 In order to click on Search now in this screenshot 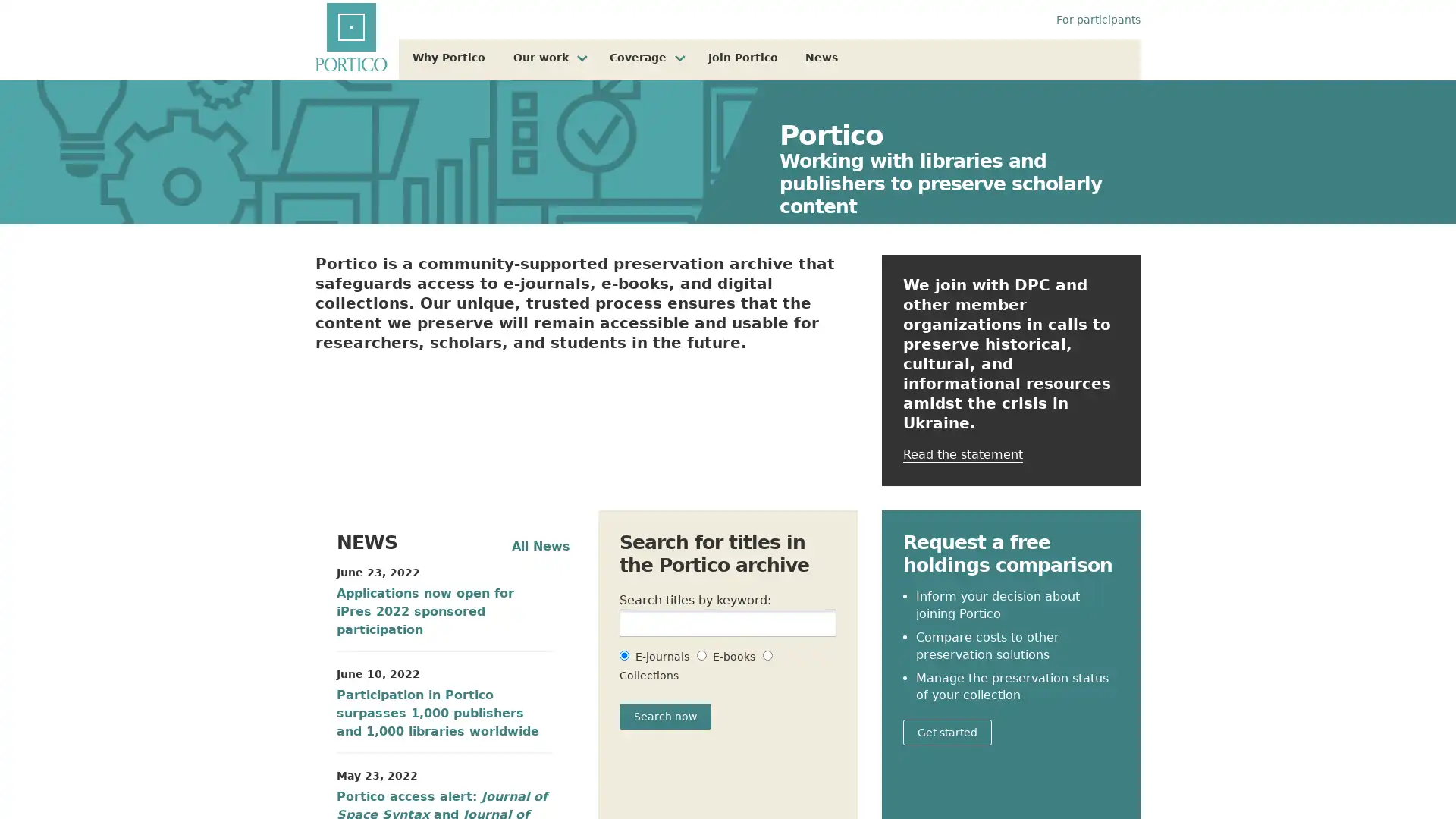, I will do `click(665, 717)`.